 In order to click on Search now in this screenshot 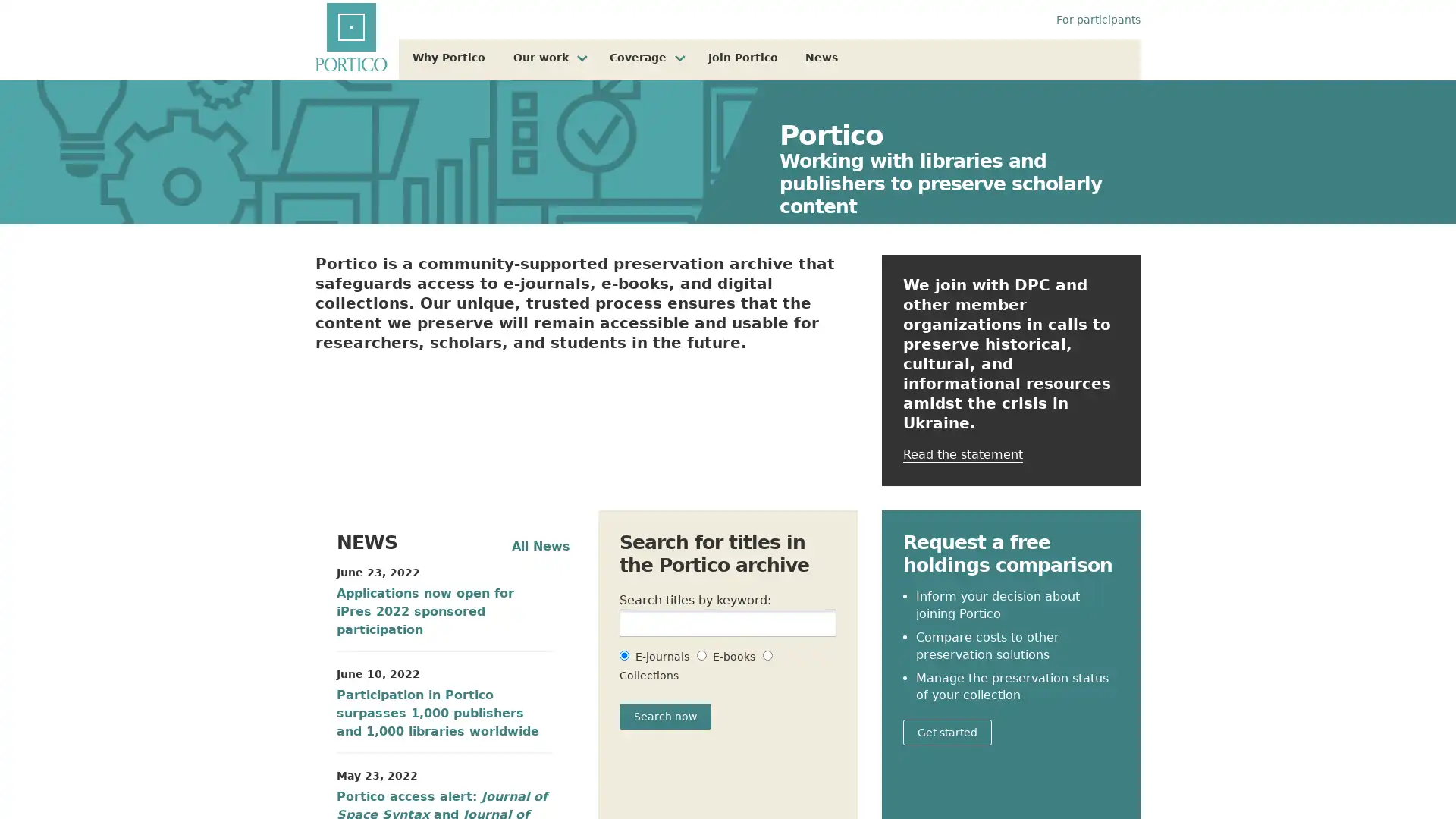, I will do `click(665, 717)`.